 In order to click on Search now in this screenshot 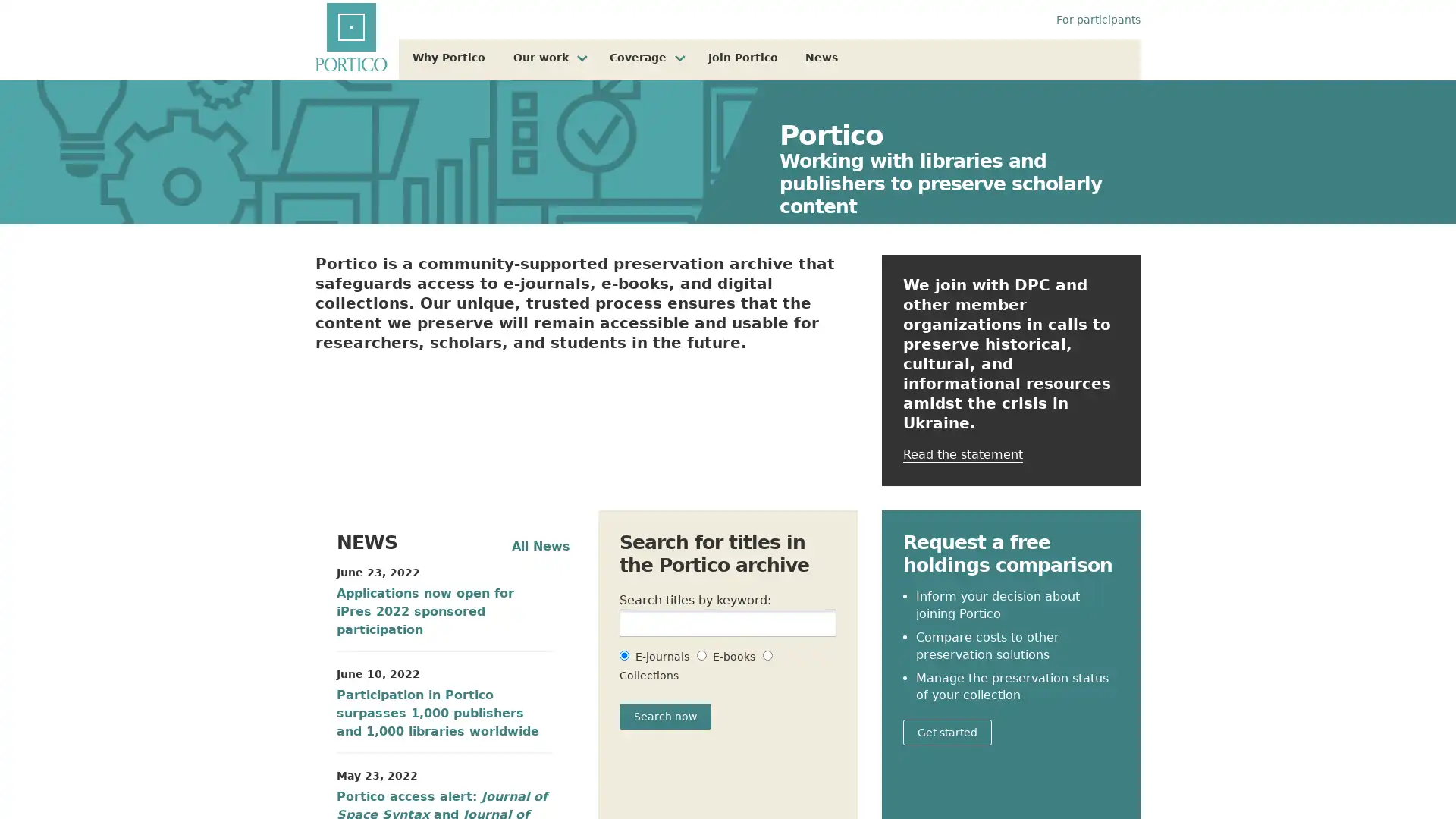, I will do `click(665, 717)`.